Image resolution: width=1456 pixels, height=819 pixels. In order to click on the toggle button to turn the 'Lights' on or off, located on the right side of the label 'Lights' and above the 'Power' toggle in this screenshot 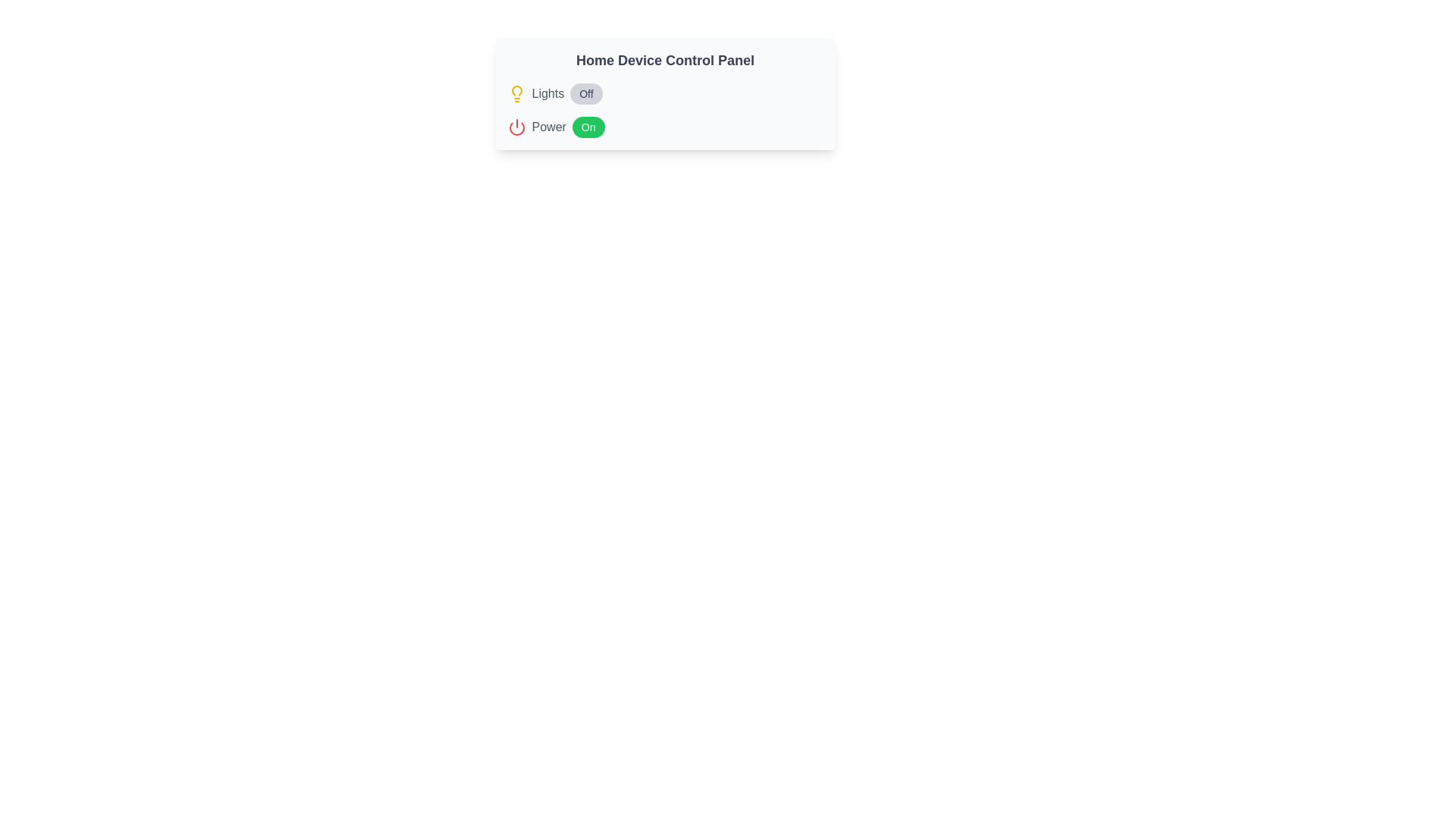, I will do `click(585, 93)`.